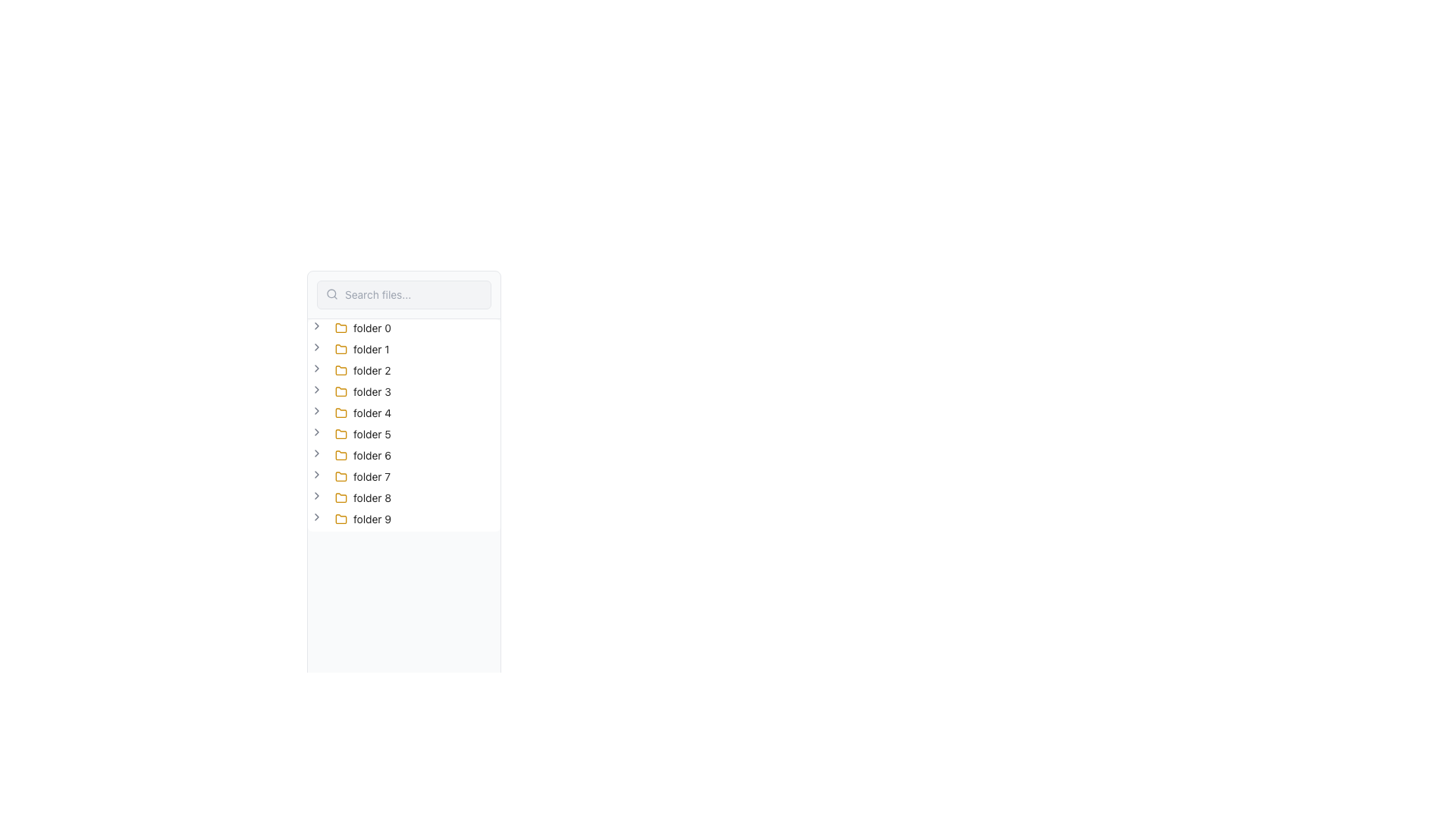 This screenshot has height=819, width=1456. Describe the element at coordinates (315, 388) in the screenshot. I see `the toggle icon located to the left of the 'folder 3' label` at that location.